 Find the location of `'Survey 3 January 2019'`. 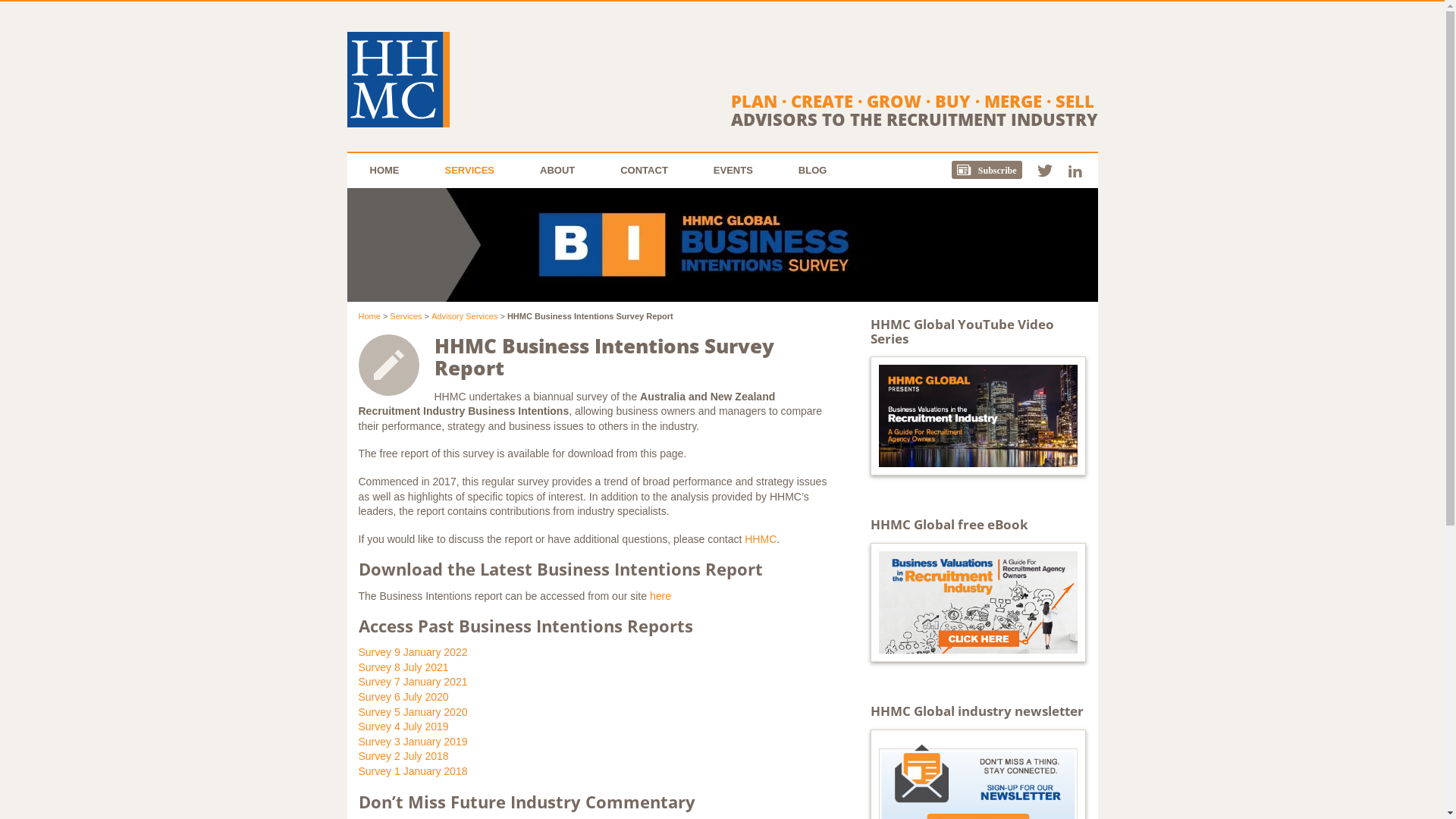

'Survey 3 January 2019' is located at coordinates (412, 741).